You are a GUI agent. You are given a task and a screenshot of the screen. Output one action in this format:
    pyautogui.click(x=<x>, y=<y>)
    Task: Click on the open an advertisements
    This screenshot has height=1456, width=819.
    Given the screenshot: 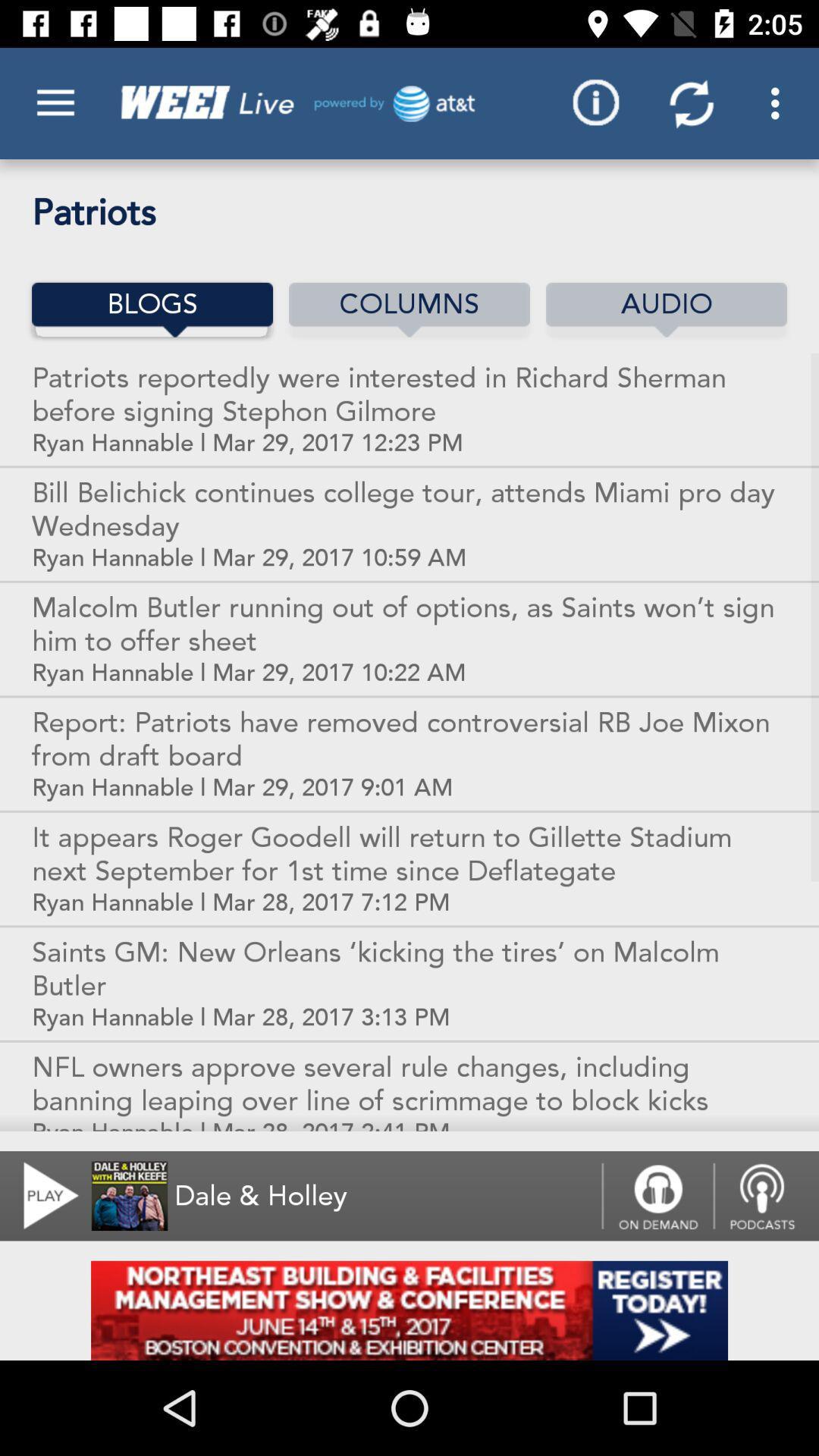 What is the action you would take?
    pyautogui.click(x=409, y=1310)
    